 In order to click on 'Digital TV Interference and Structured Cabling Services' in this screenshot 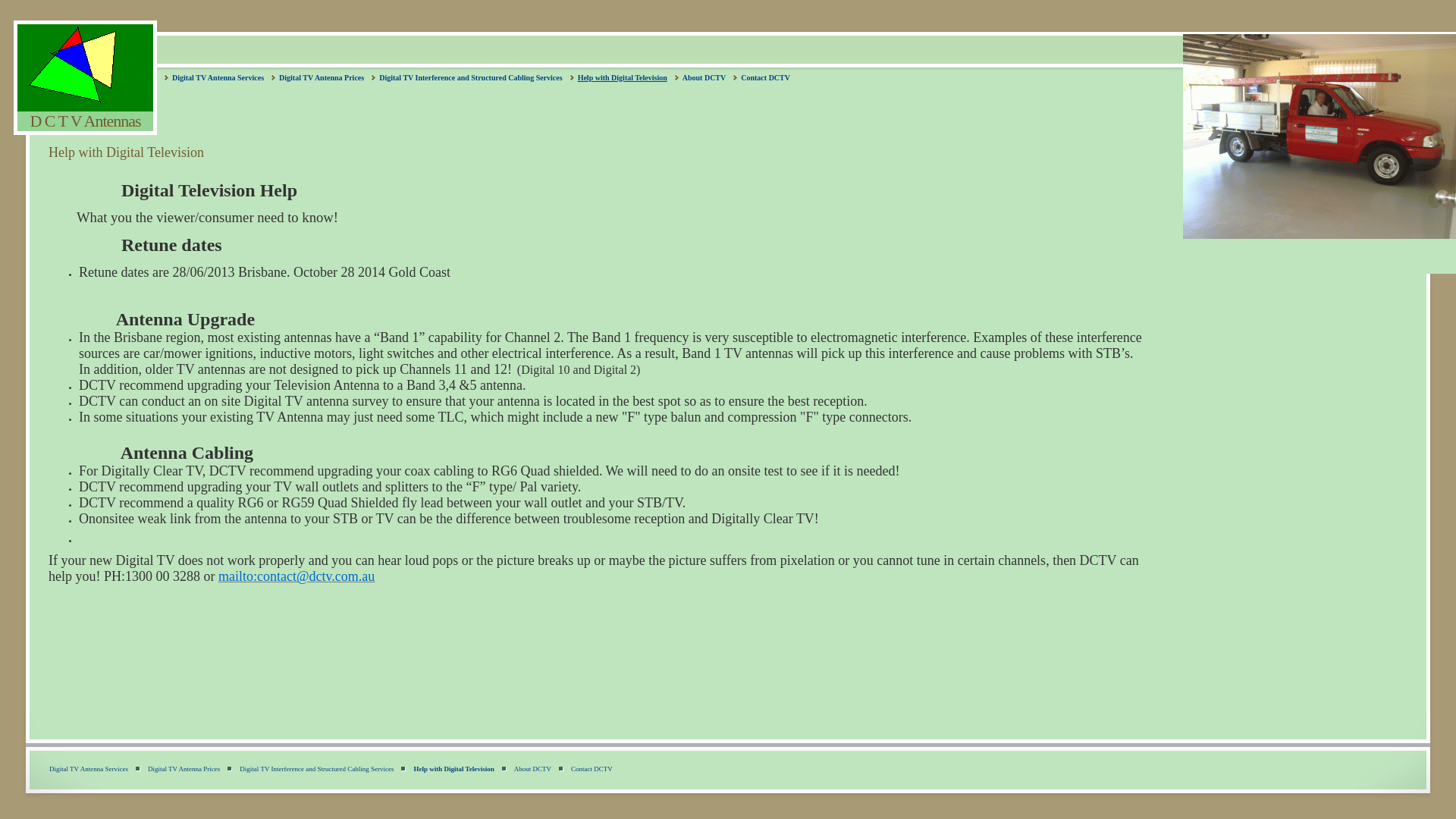, I will do `click(469, 77)`.